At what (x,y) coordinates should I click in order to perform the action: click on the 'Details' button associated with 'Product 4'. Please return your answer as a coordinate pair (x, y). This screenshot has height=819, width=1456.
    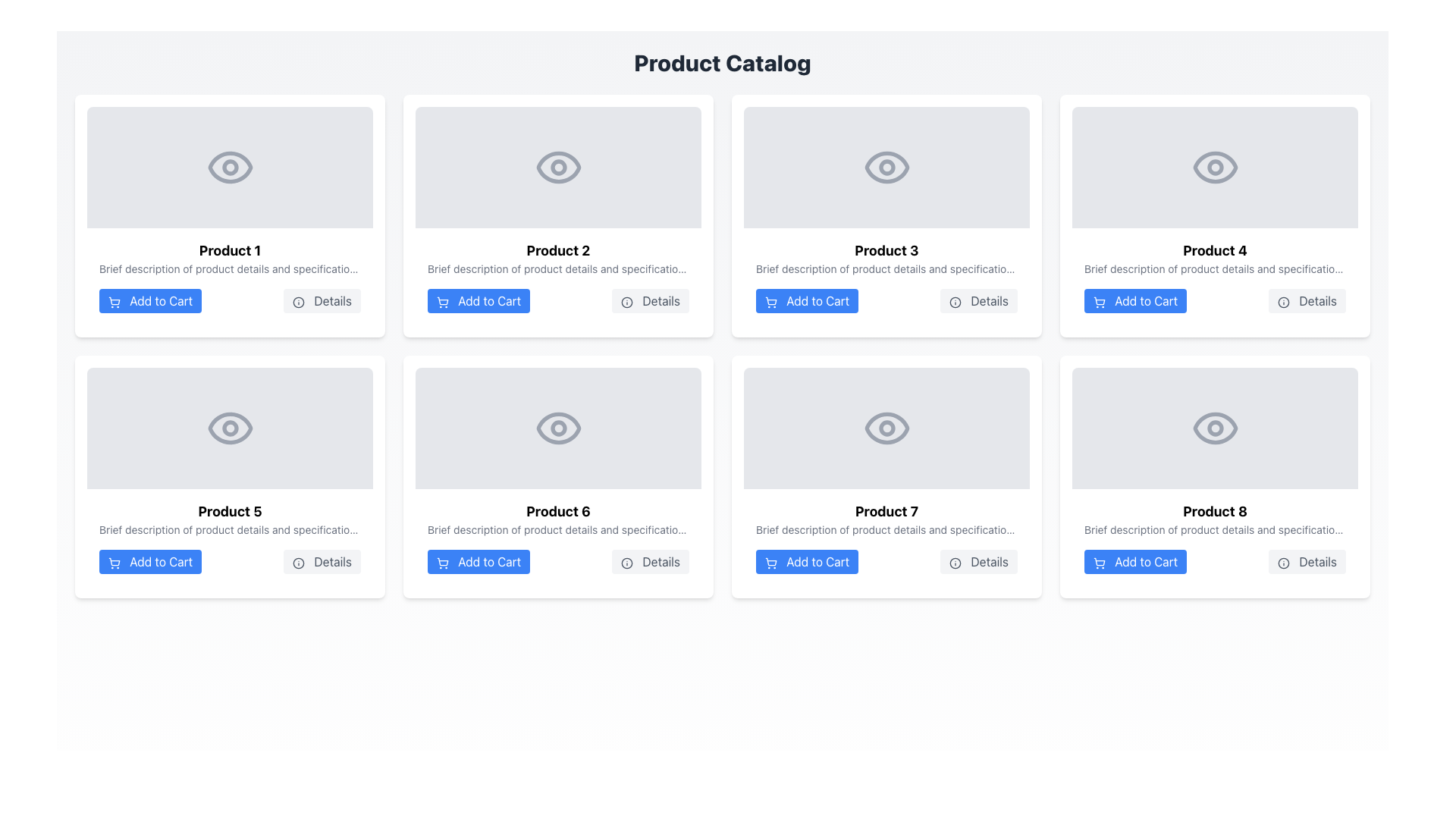
    Looking at the image, I should click on (1283, 302).